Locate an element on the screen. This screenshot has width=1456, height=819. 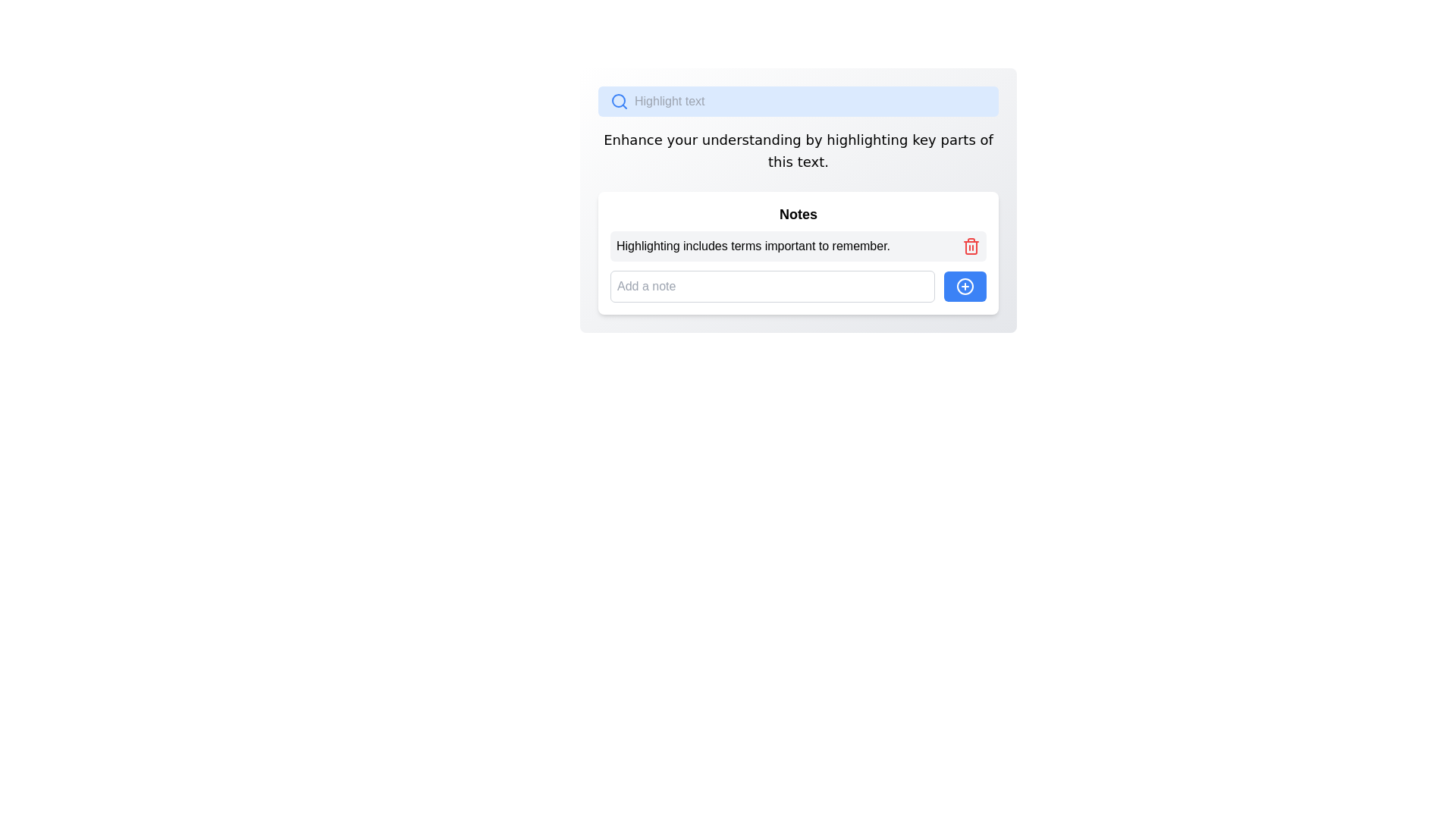
the text character element 'n' in the word 'understanding' within the displayed text phrase 'Enhance your understanding by highlighting key parts of this text.' is located at coordinates (767, 140).